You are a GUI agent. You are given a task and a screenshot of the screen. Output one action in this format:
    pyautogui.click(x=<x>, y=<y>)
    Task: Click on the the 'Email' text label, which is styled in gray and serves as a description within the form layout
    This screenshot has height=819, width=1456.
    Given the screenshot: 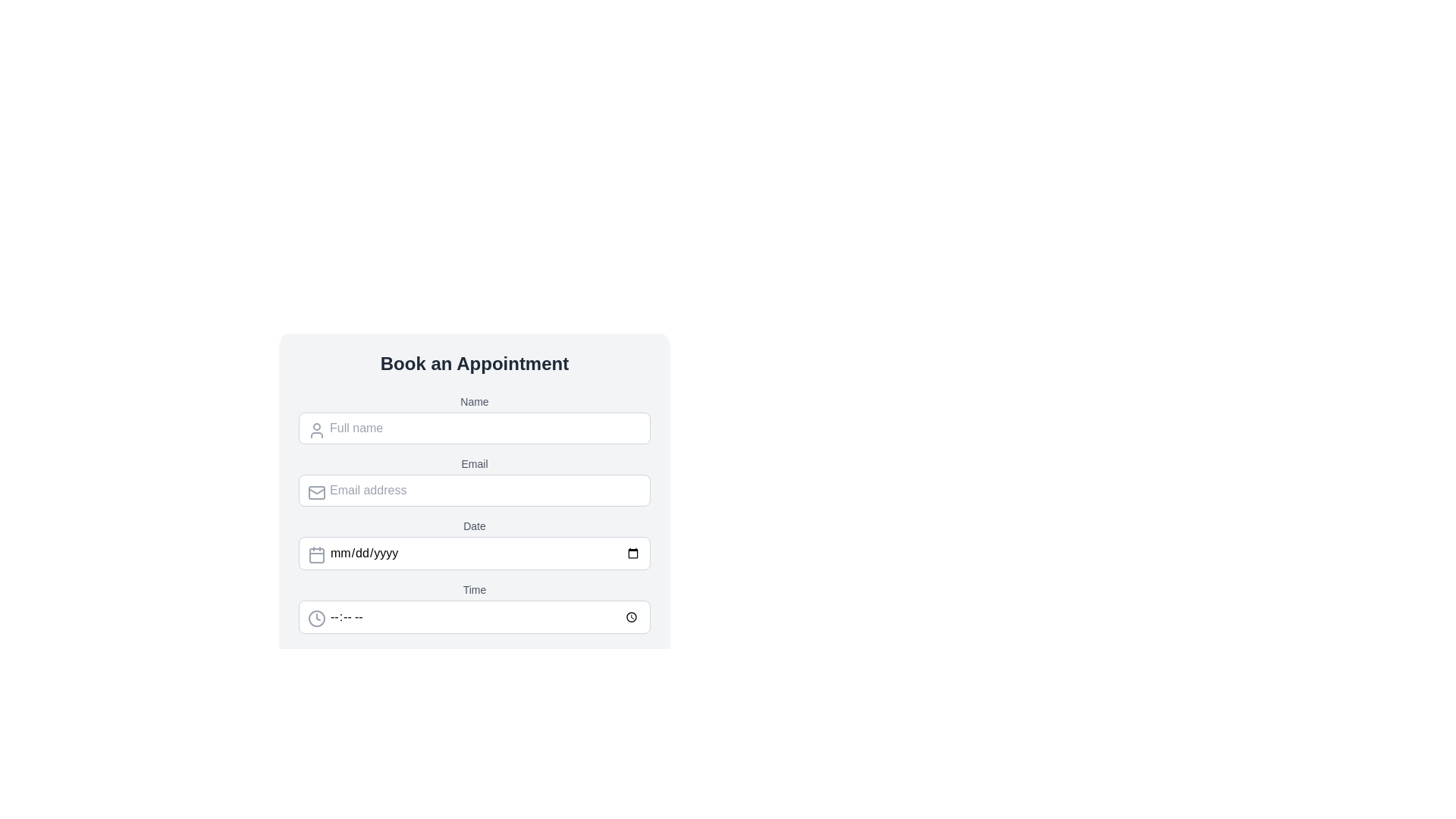 What is the action you would take?
    pyautogui.click(x=473, y=463)
    